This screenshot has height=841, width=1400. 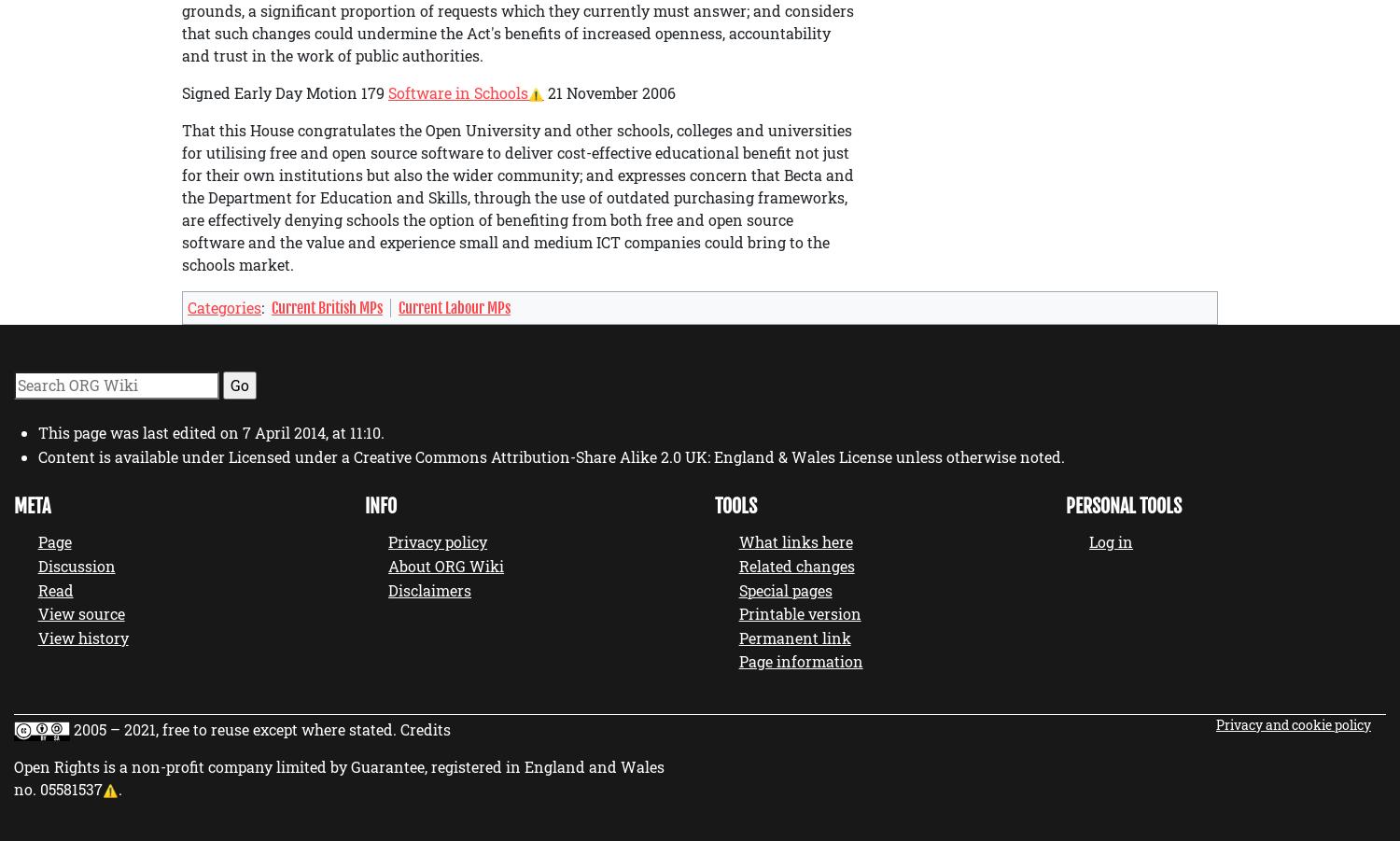 I want to click on 'Special pages', so click(x=737, y=588).